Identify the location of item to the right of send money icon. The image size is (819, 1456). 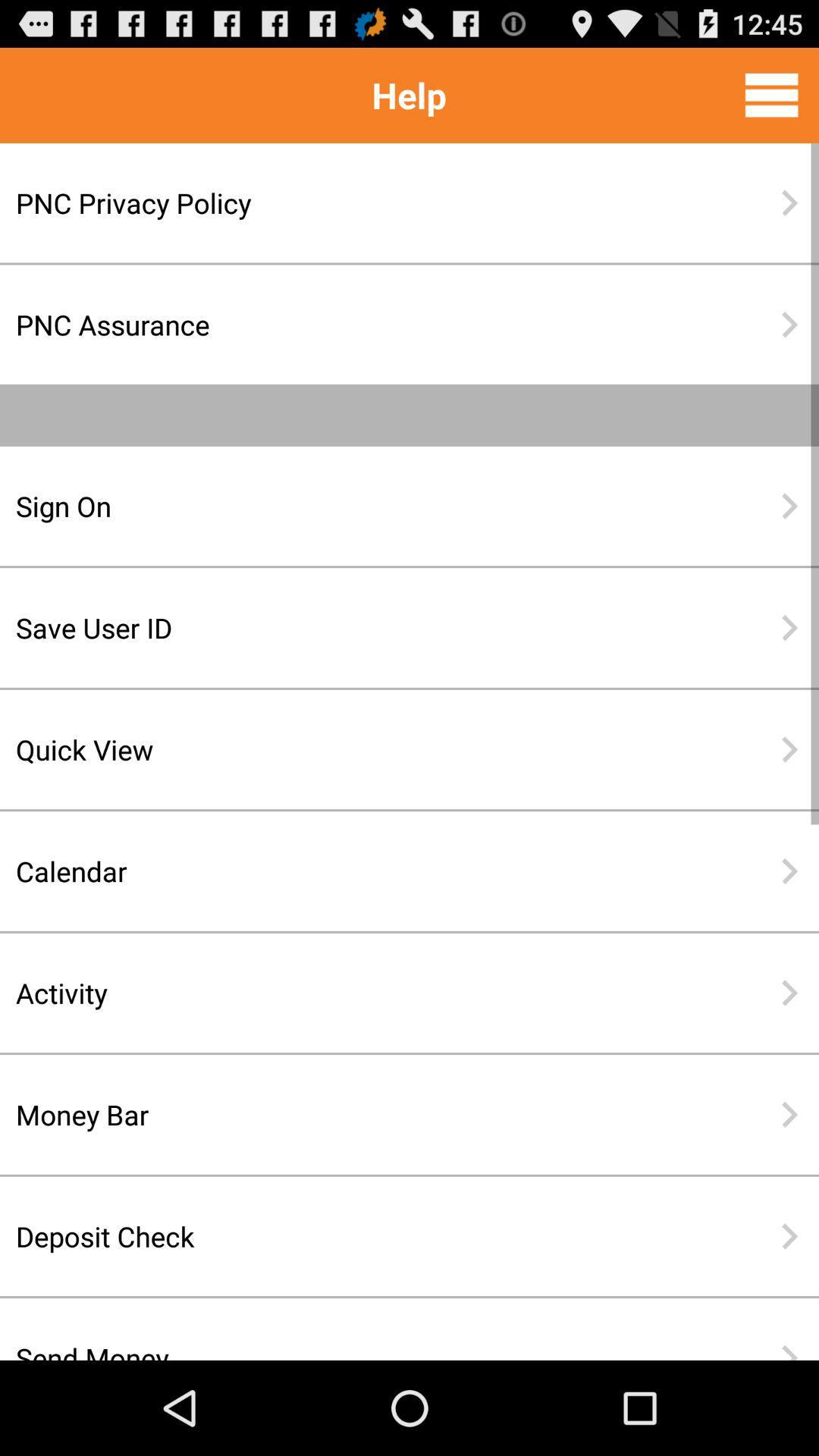
(789, 1352).